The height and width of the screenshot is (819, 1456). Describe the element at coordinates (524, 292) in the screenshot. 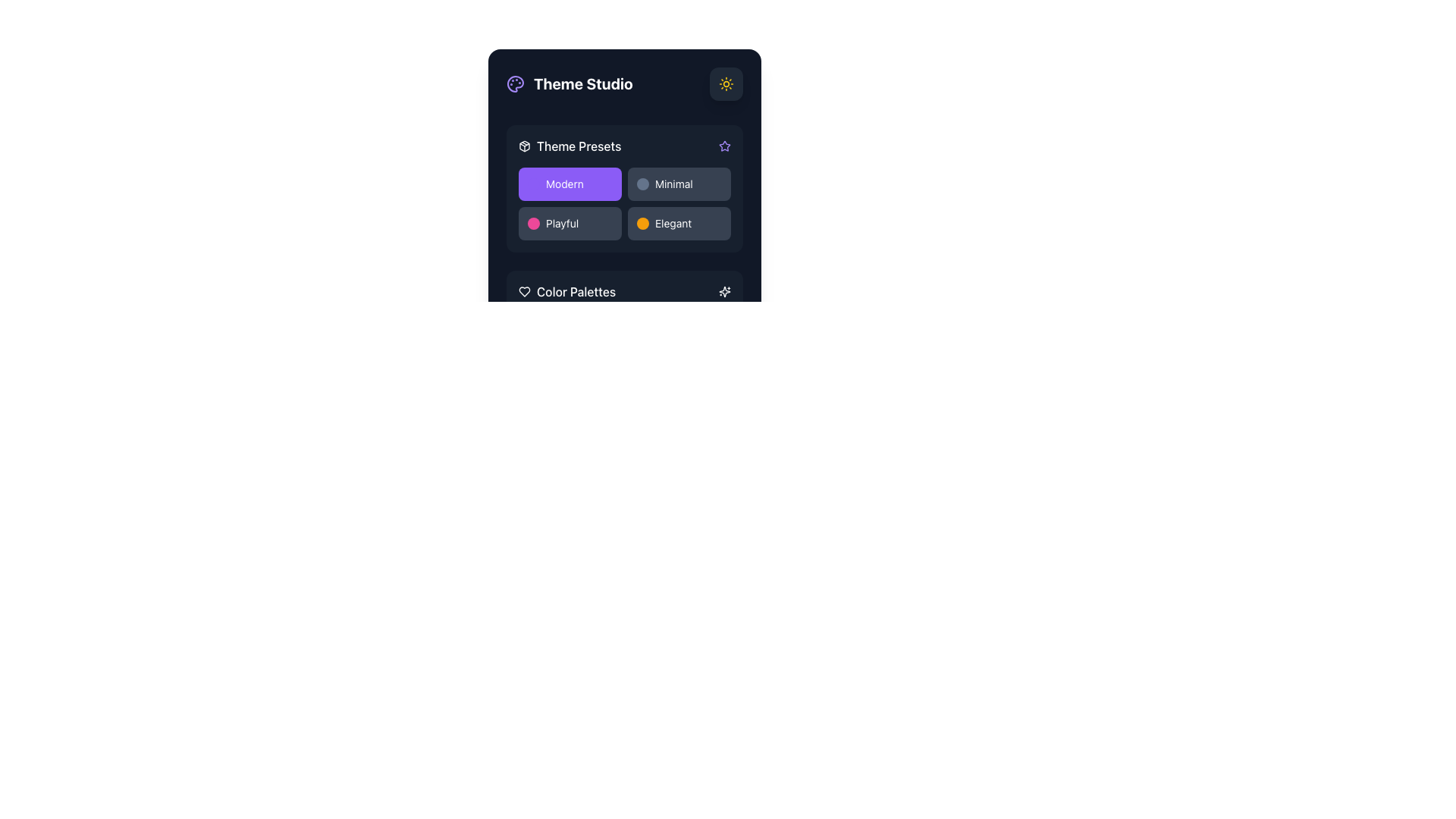

I see `the heart icon located to the left of the 'Color Palettes' text to interact with it` at that location.